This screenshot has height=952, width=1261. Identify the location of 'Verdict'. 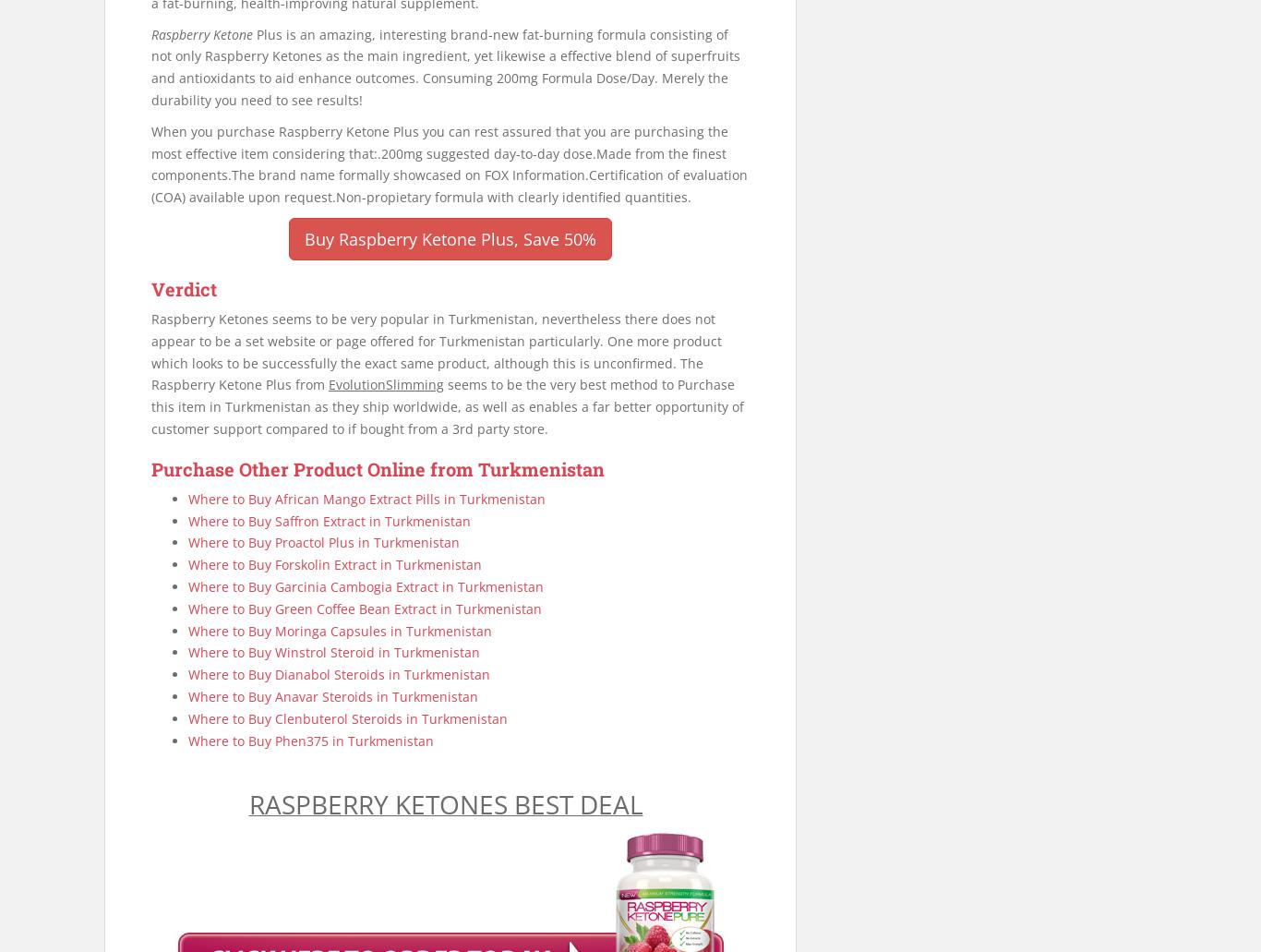
(183, 286).